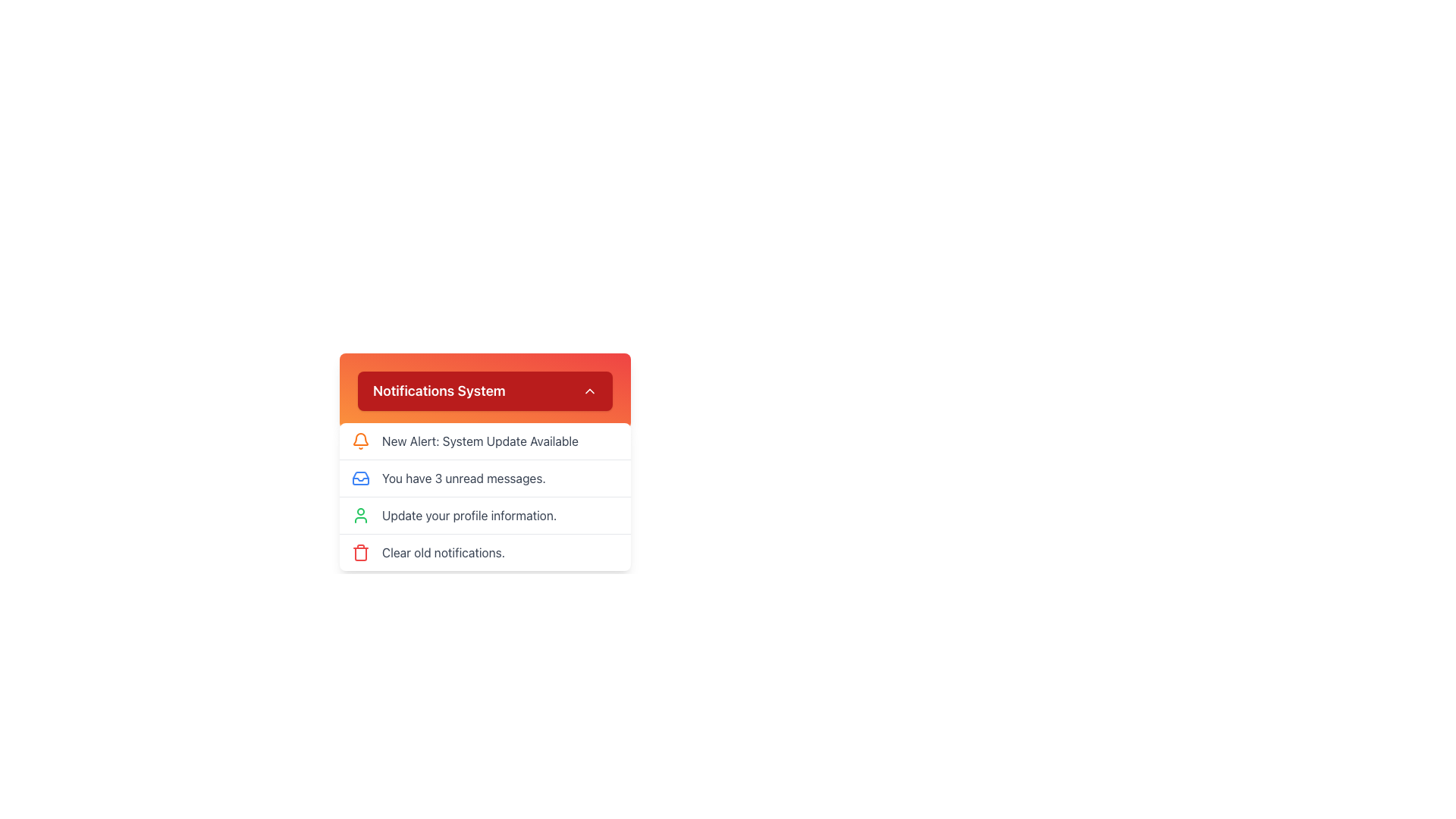  I want to click on the third text label in the notifications list, so click(469, 514).